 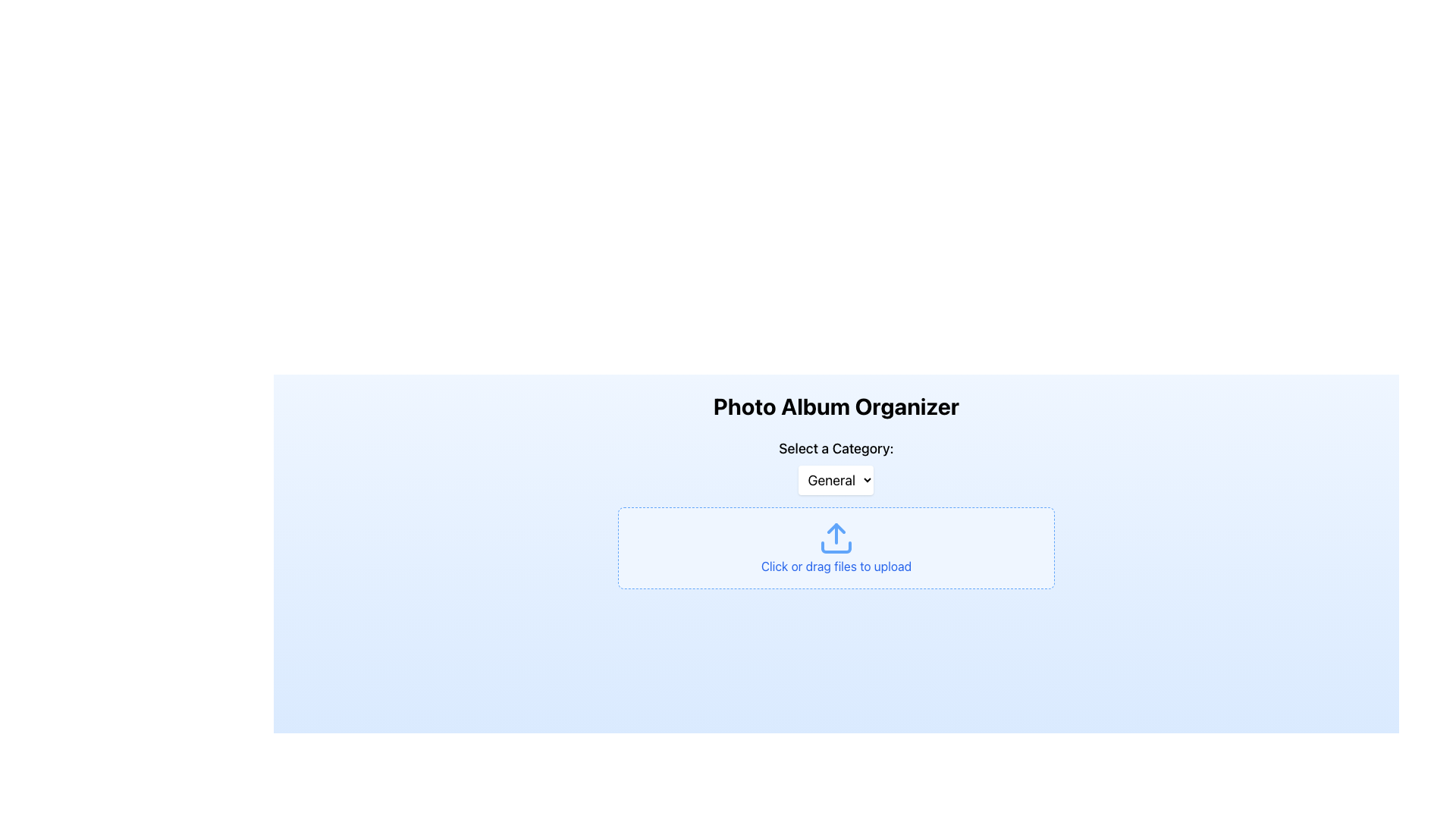 What do you see at coordinates (836, 548) in the screenshot?
I see `files onto the blue rectangular File Upload Area with dashed borders, which has the text 'Click or drag files` at bounding box center [836, 548].